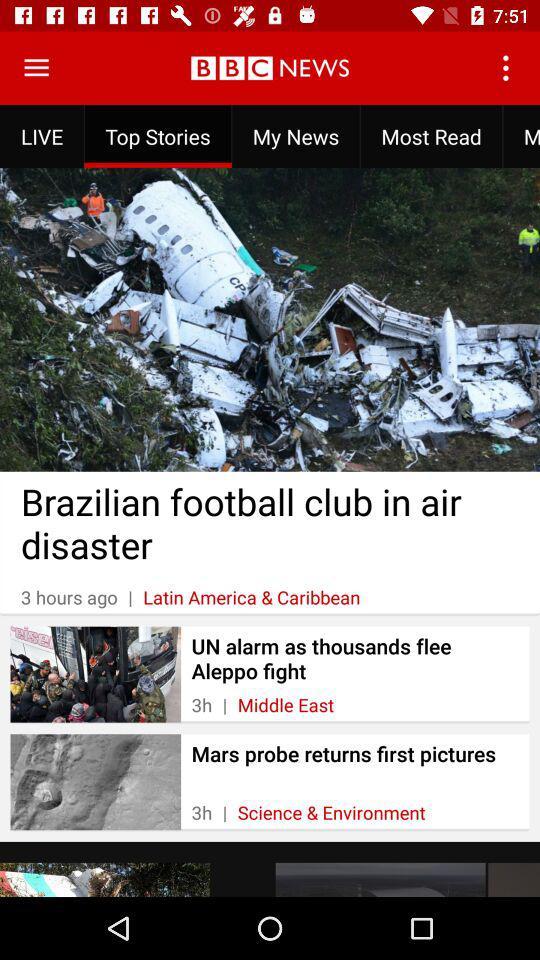 Image resolution: width=540 pixels, height=960 pixels. I want to click on the item to the right of my news item, so click(508, 68).